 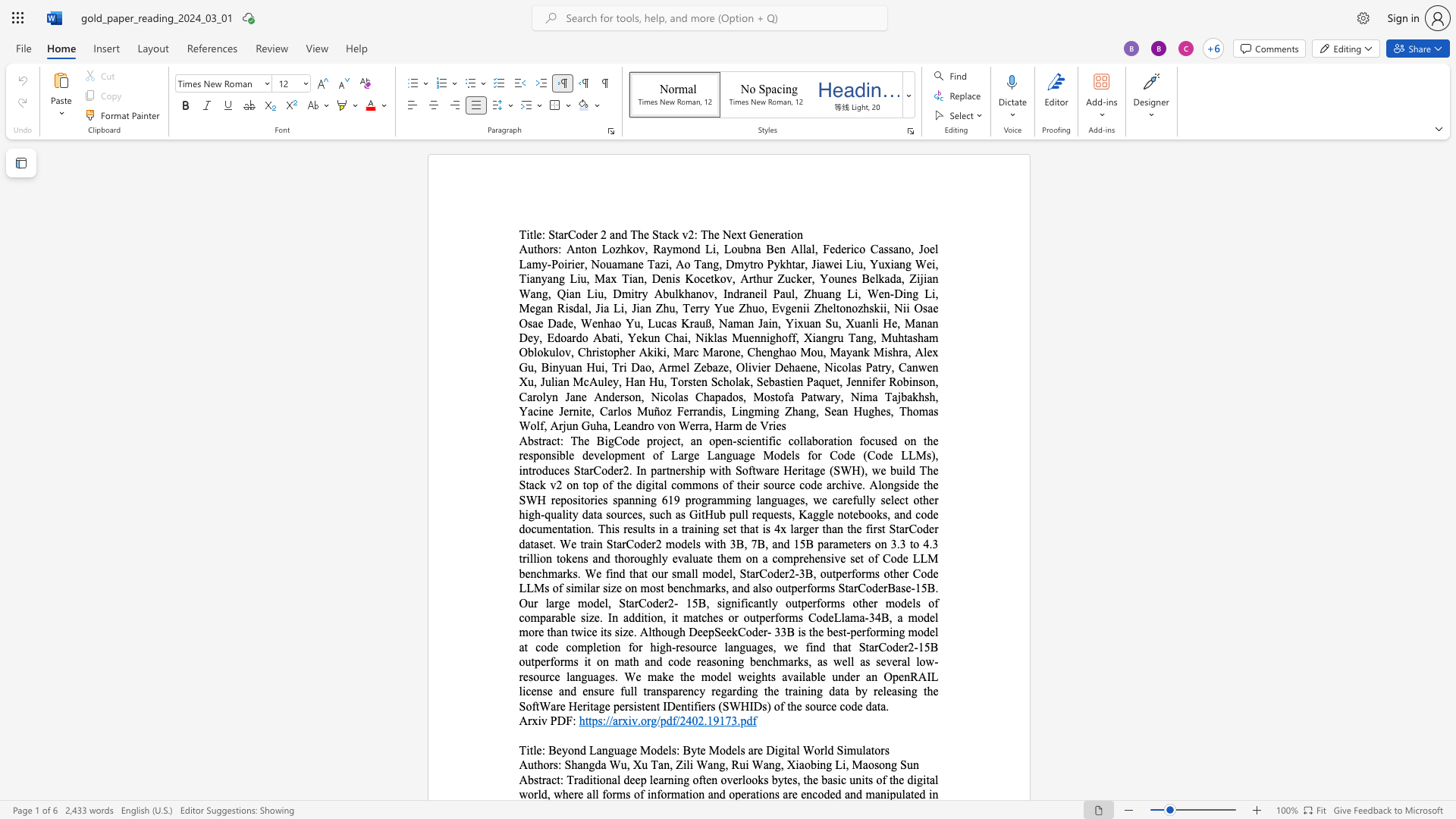 What do you see at coordinates (581, 234) in the screenshot?
I see `the space between the continuous character "o" and "d" in the text` at bounding box center [581, 234].